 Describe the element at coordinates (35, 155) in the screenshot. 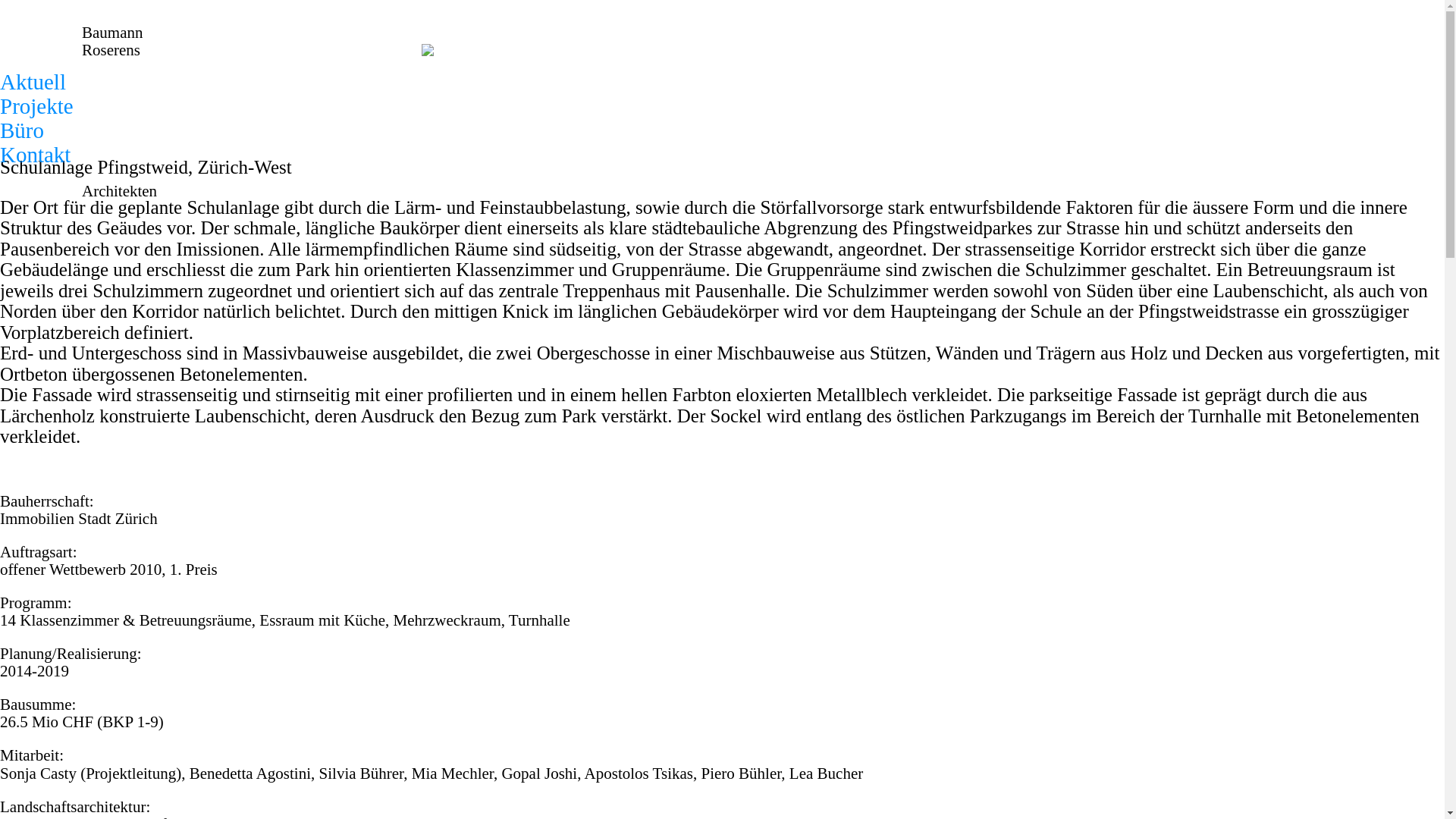

I see `'Kontakt'` at that location.